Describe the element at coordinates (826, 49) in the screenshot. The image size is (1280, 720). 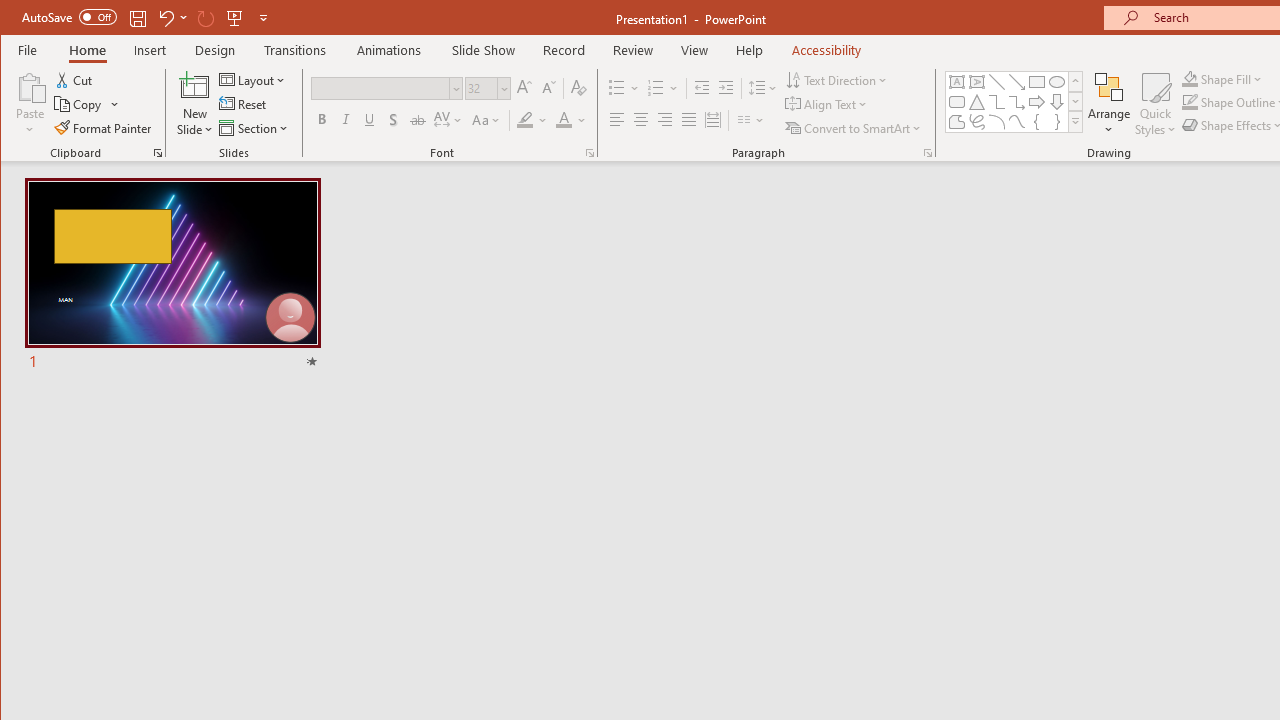
I see `'Accessibility'` at that location.